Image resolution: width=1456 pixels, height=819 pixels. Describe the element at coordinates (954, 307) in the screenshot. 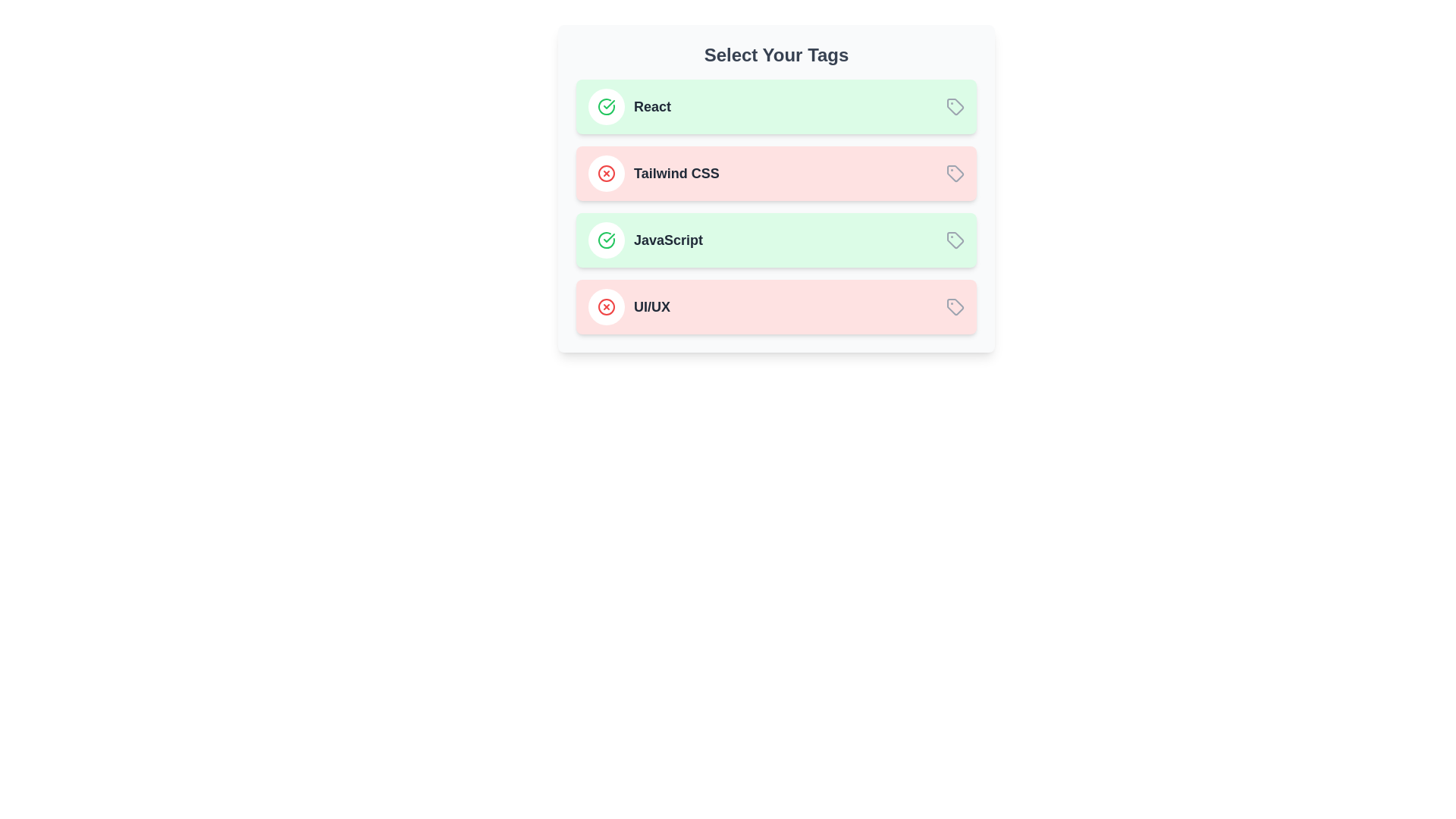

I see `the tag icon, which serves as a visual tag indicator aligned to the right of the text labels in the list items` at that location.